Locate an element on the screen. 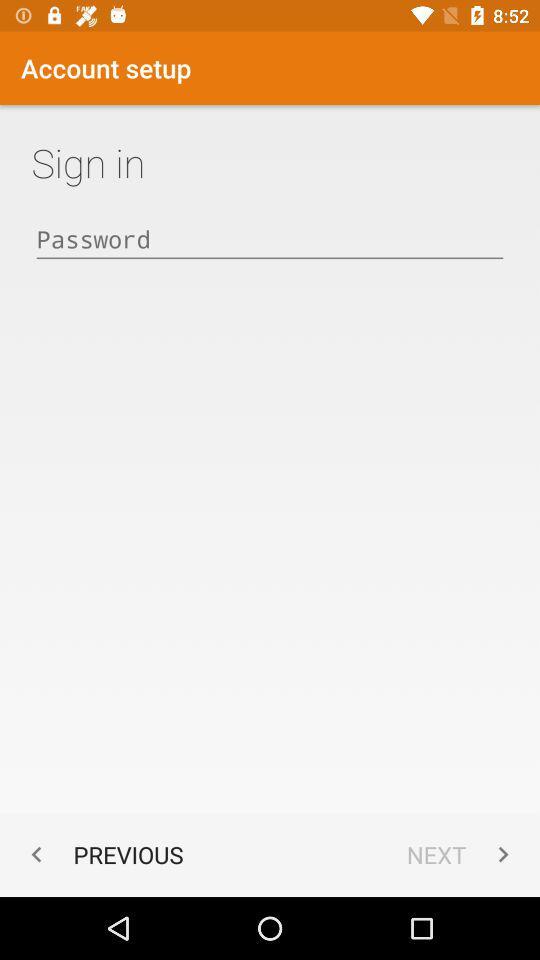 The image size is (540, 960). icon to the left of the next item is located at coordinates (102, 853).